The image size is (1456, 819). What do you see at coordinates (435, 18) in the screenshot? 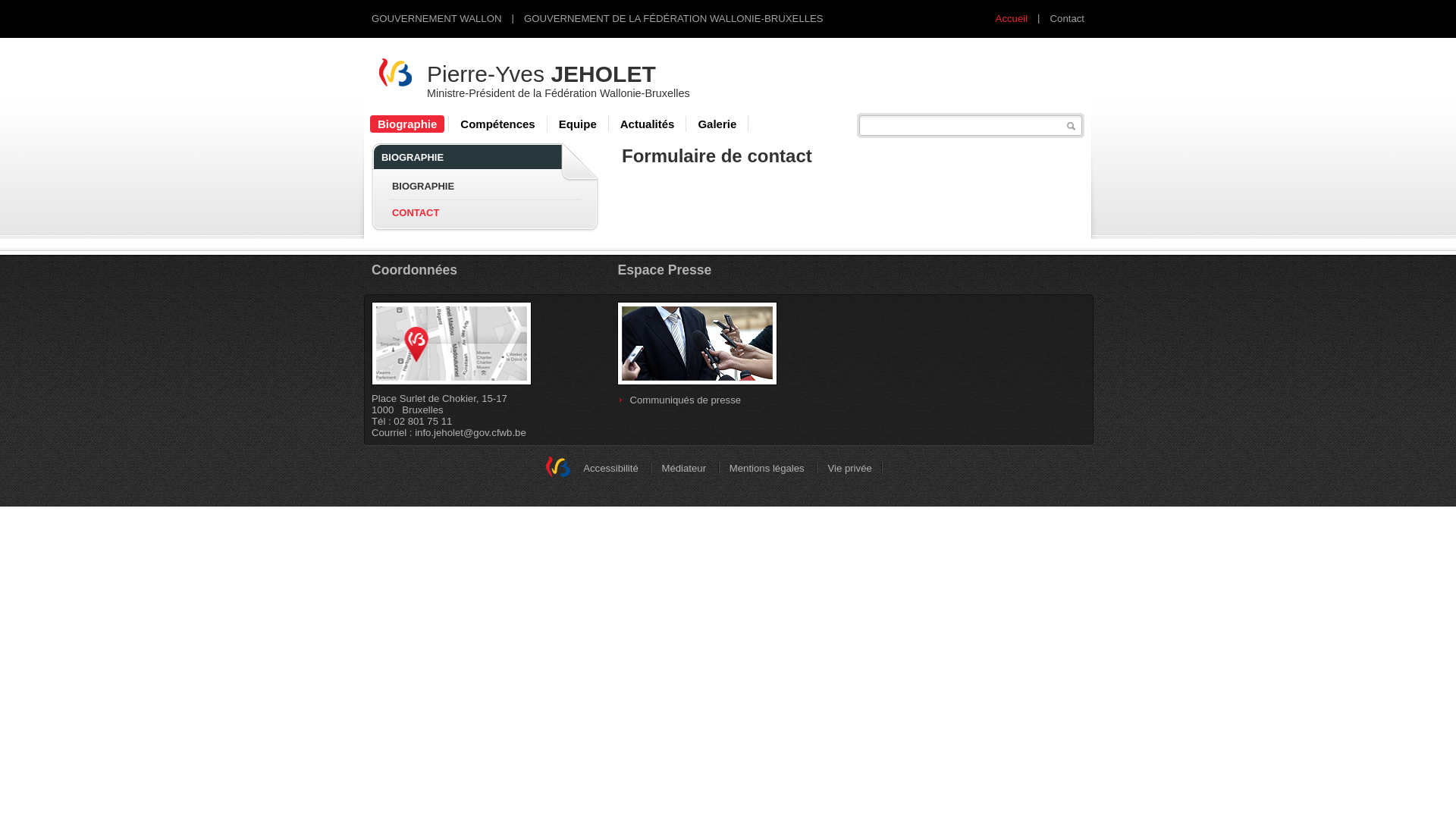
I see `'GOUVERNEMENT WALLON'` at bounding box center [435, 18].